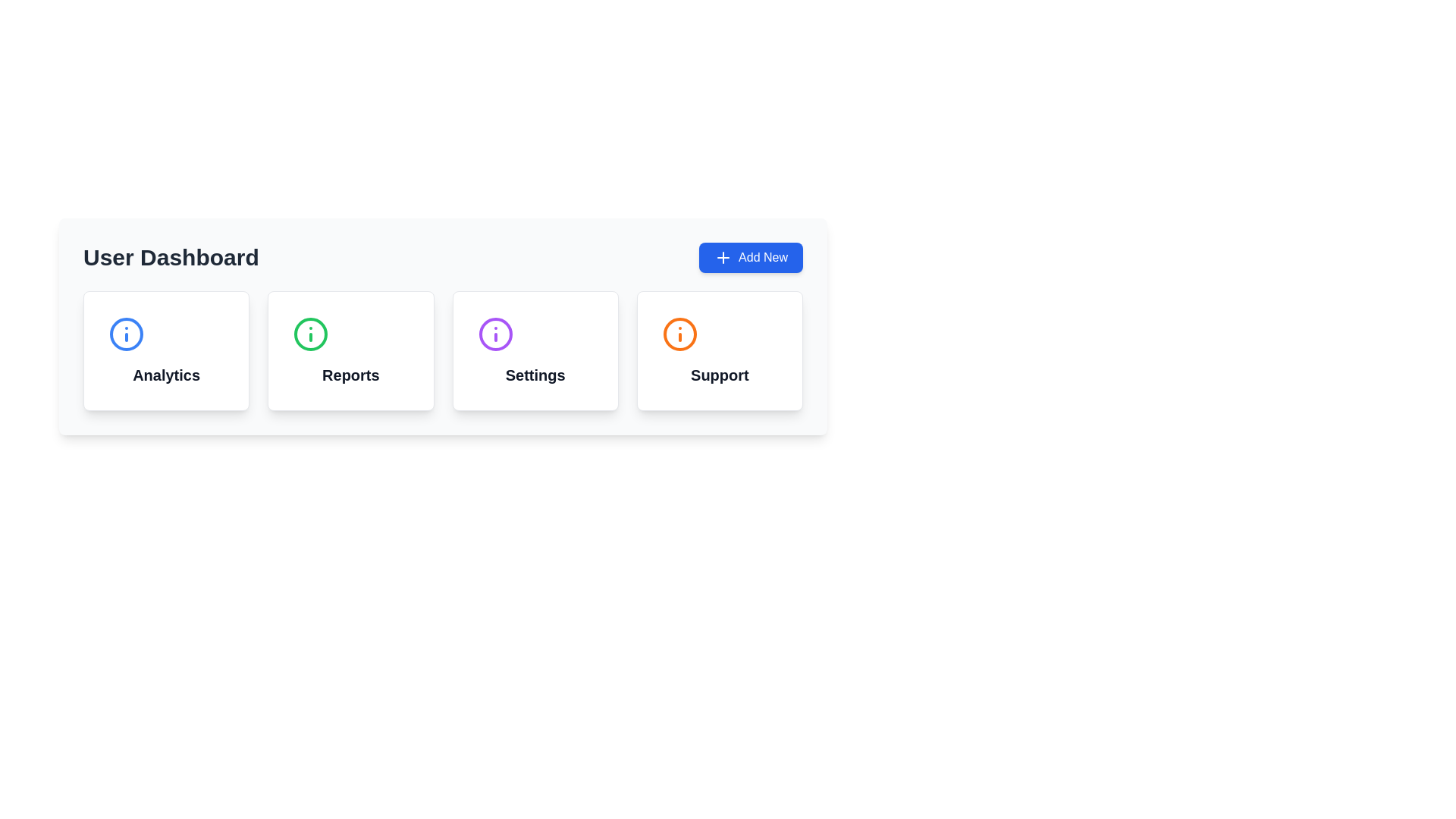  What do you see at coordinates (495, 333) in the screenshot?
I see `the purple outlined circle icon with a lowercase 'i' in the center located in the 'Settings' section` at bounding box center [495, 333].